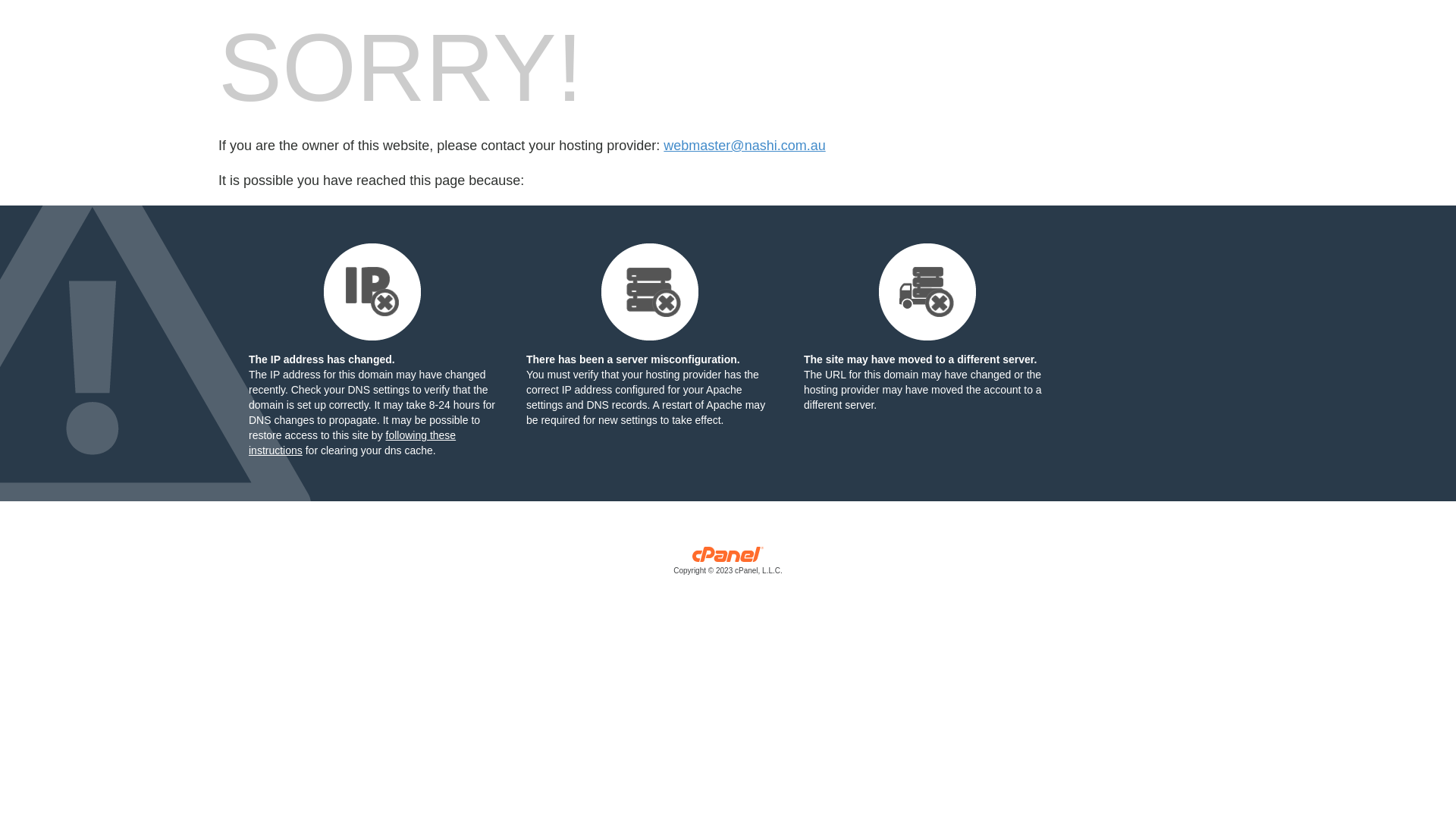 The width and height of the screenshot is (1456, 819). I want to click on 'following these instructions', so click(351, 442).